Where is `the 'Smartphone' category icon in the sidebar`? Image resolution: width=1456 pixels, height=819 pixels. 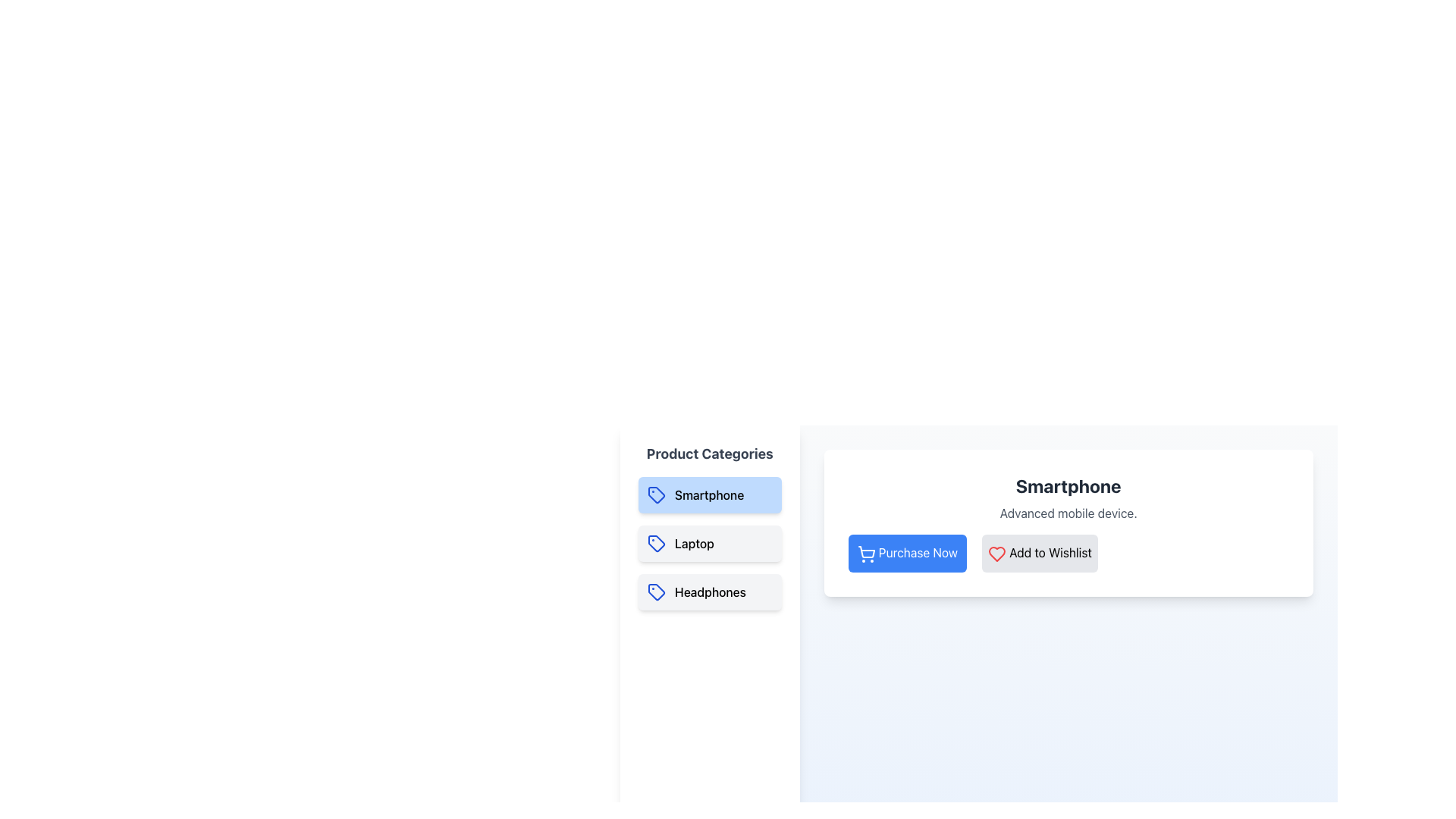
the 'Smartphone' category icon in the sidebar is located at coordinates (656, 494).